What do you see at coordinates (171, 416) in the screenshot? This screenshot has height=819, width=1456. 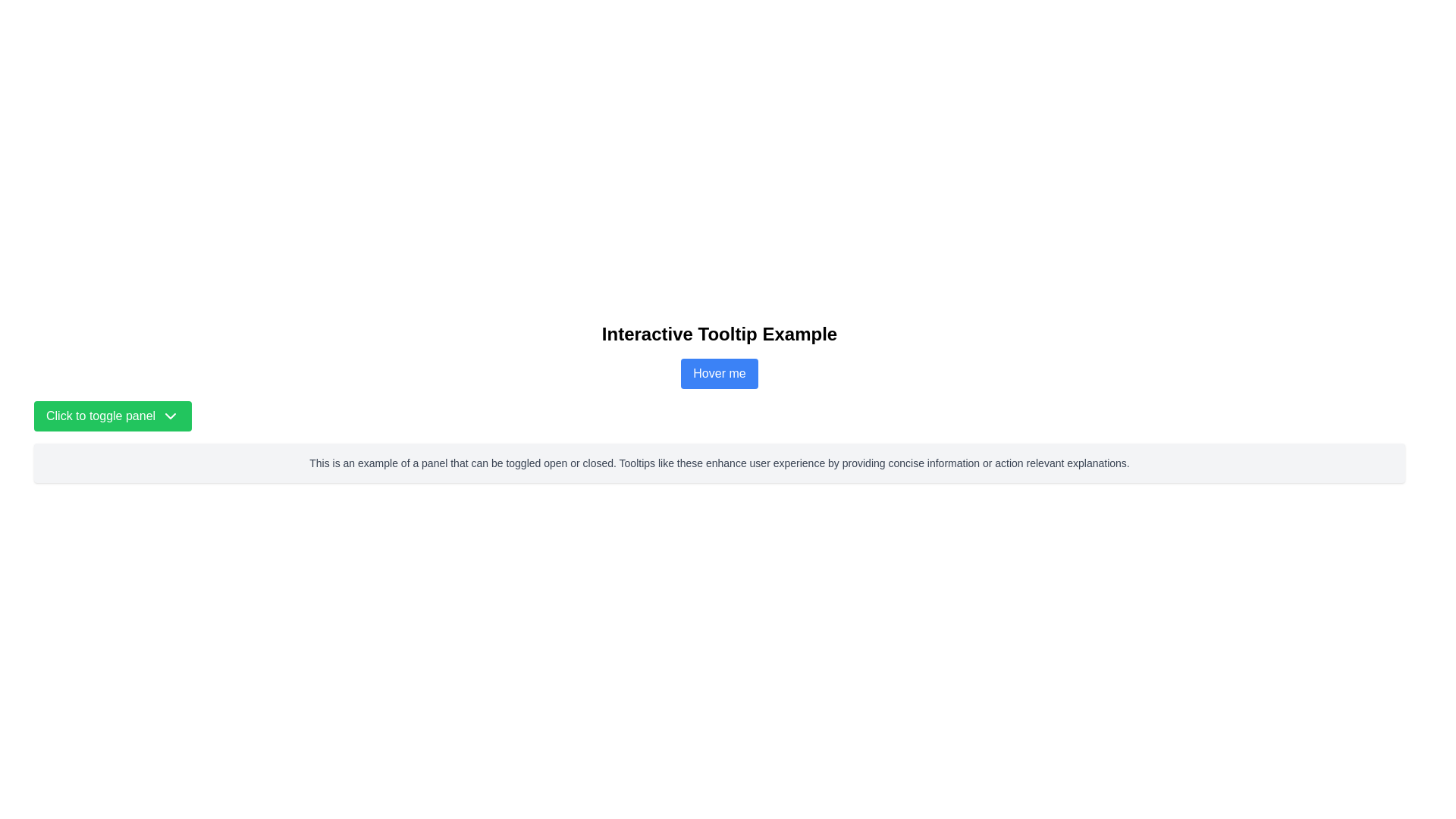 I see `the chevron icon located on the right side of the green button labeled 'Click to toggle panel'` at bounding box center [171, 416].